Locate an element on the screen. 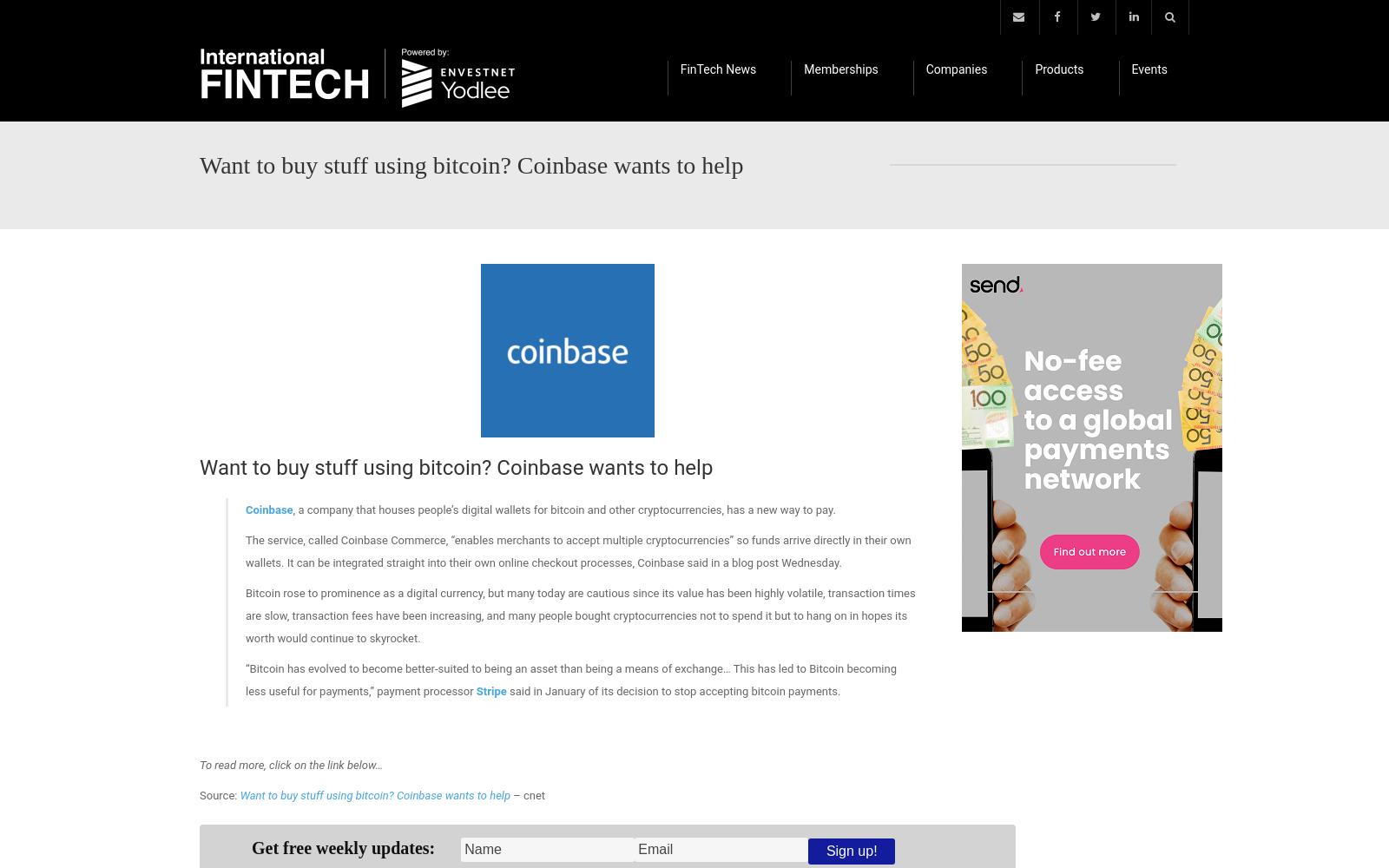 The image size is (1389, 868). '– cnet' is located at coordinates (527, 795).